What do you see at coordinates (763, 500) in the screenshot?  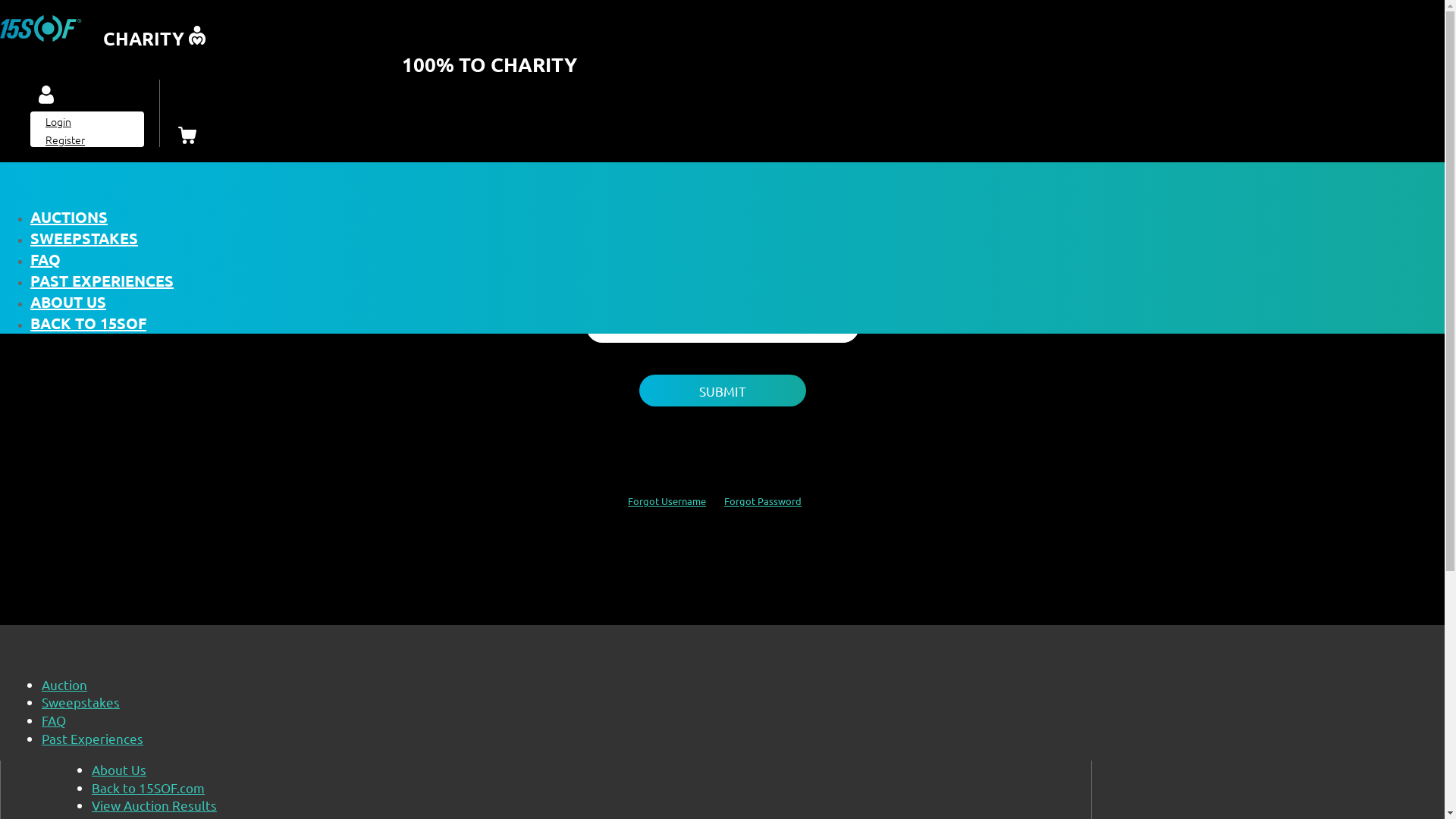 I see `'Forgot Password'` at bounding box center [763, 500].